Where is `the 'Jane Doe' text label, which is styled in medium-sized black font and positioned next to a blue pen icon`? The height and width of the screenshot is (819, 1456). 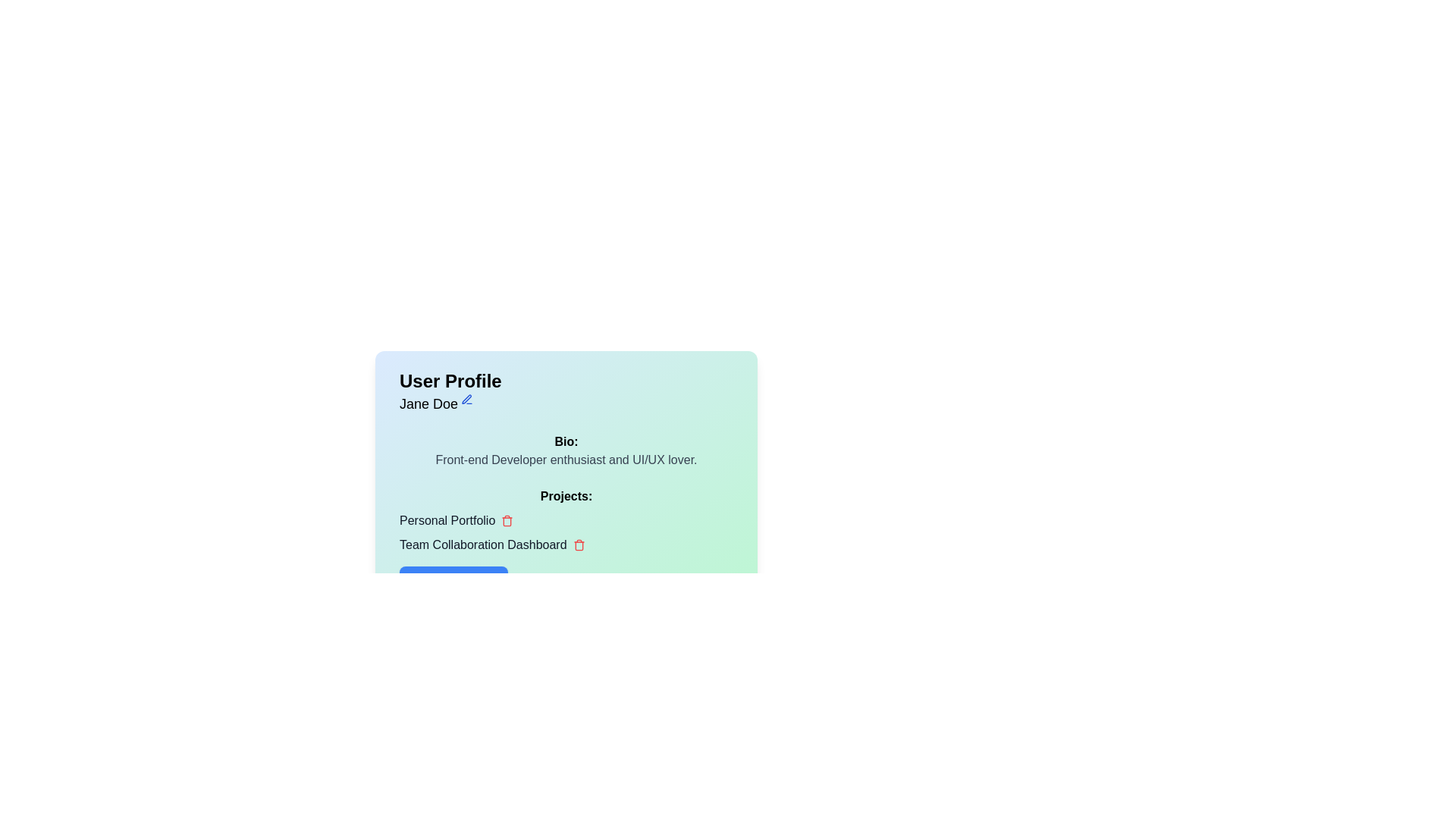 the 'Jane Doe' text label, which is styled in medium-sized black font and positioned next to a blue pen icon is located at coordinates (435, 403).